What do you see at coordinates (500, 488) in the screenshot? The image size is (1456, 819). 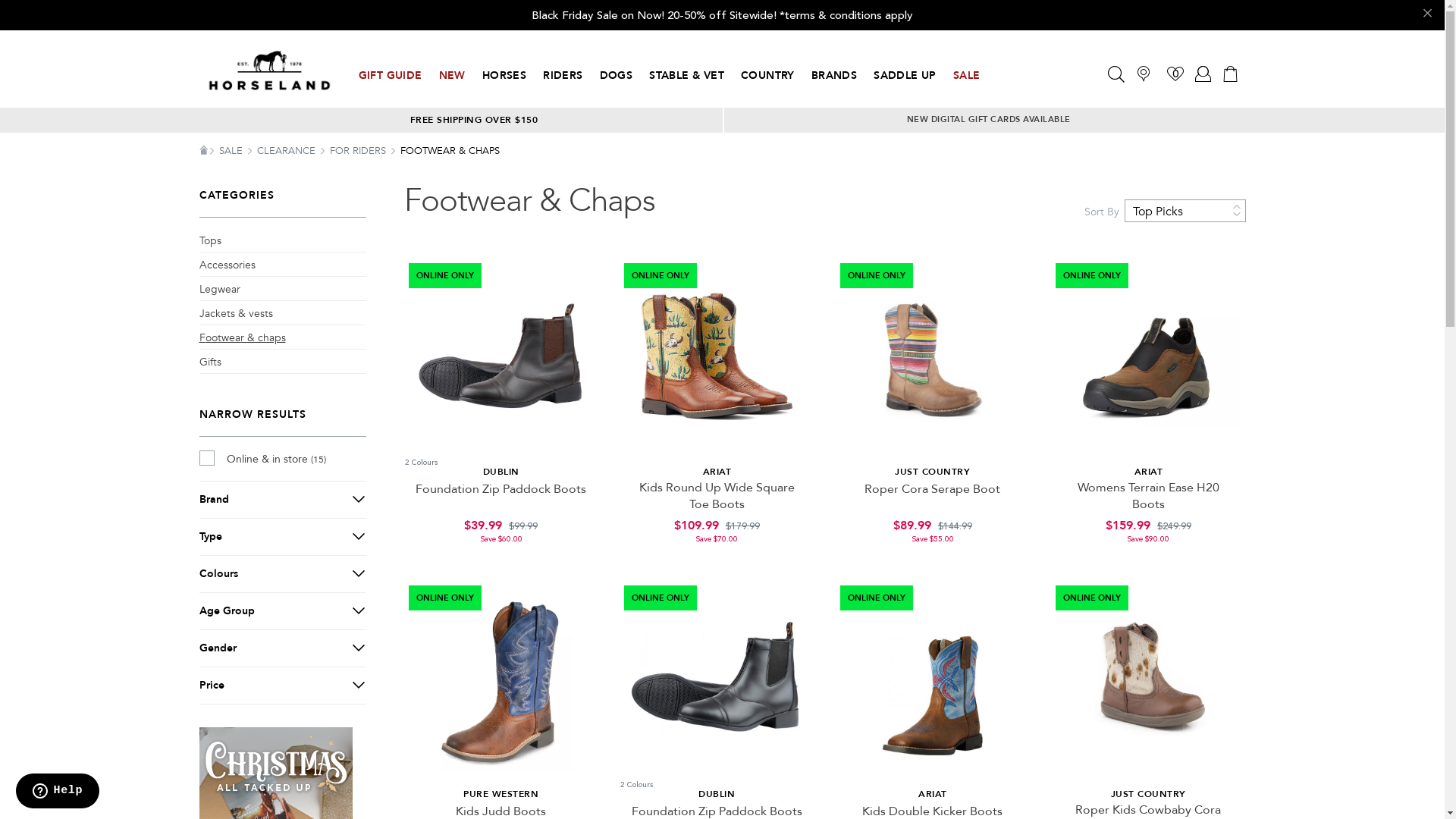 I see `'Foundation Zip Paddock Boots'` at bounding box center [500, 488].